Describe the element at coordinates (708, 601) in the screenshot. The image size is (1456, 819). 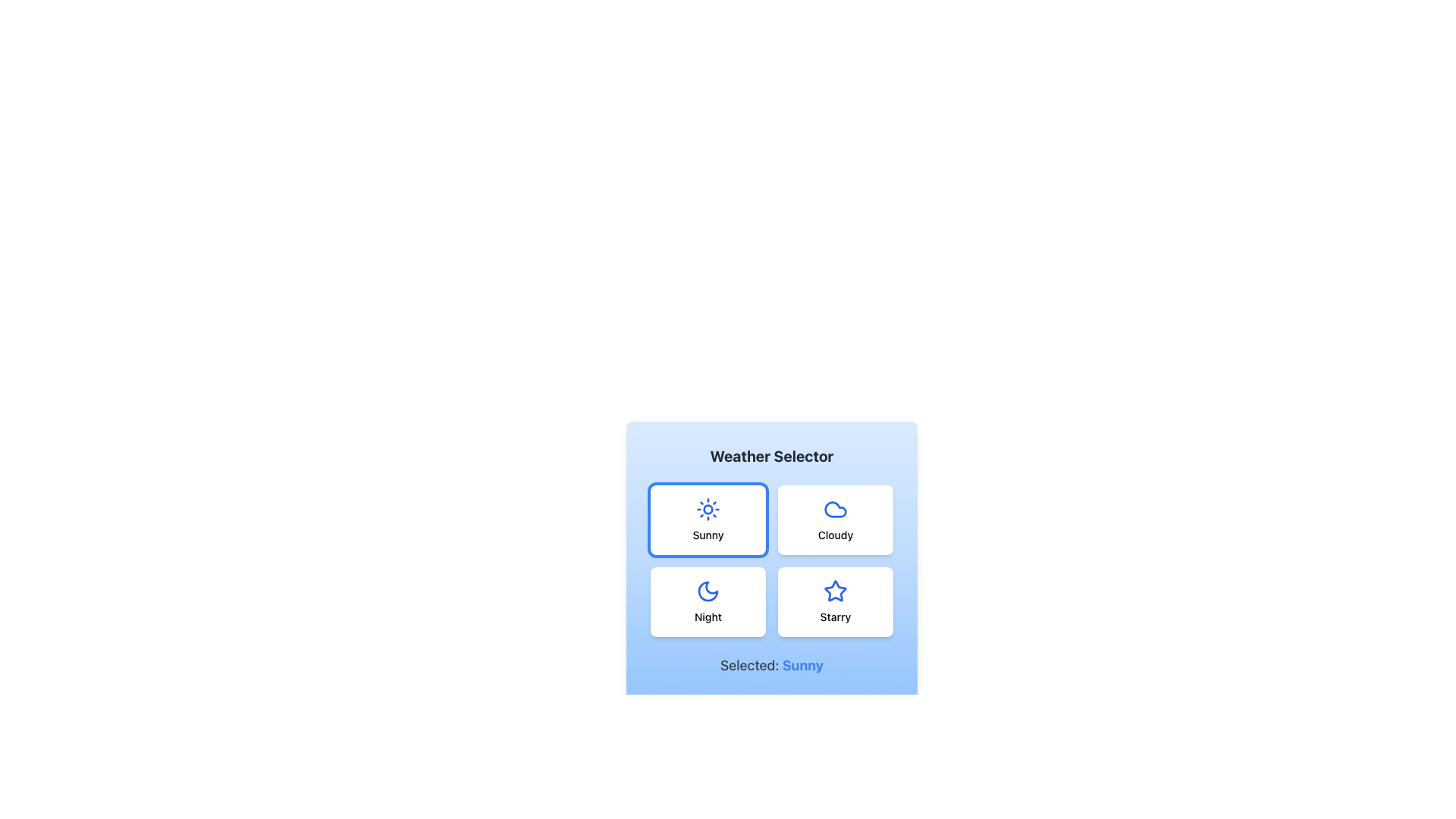
I see `the 'Night' weather option button using keyboard navigation` at that location.